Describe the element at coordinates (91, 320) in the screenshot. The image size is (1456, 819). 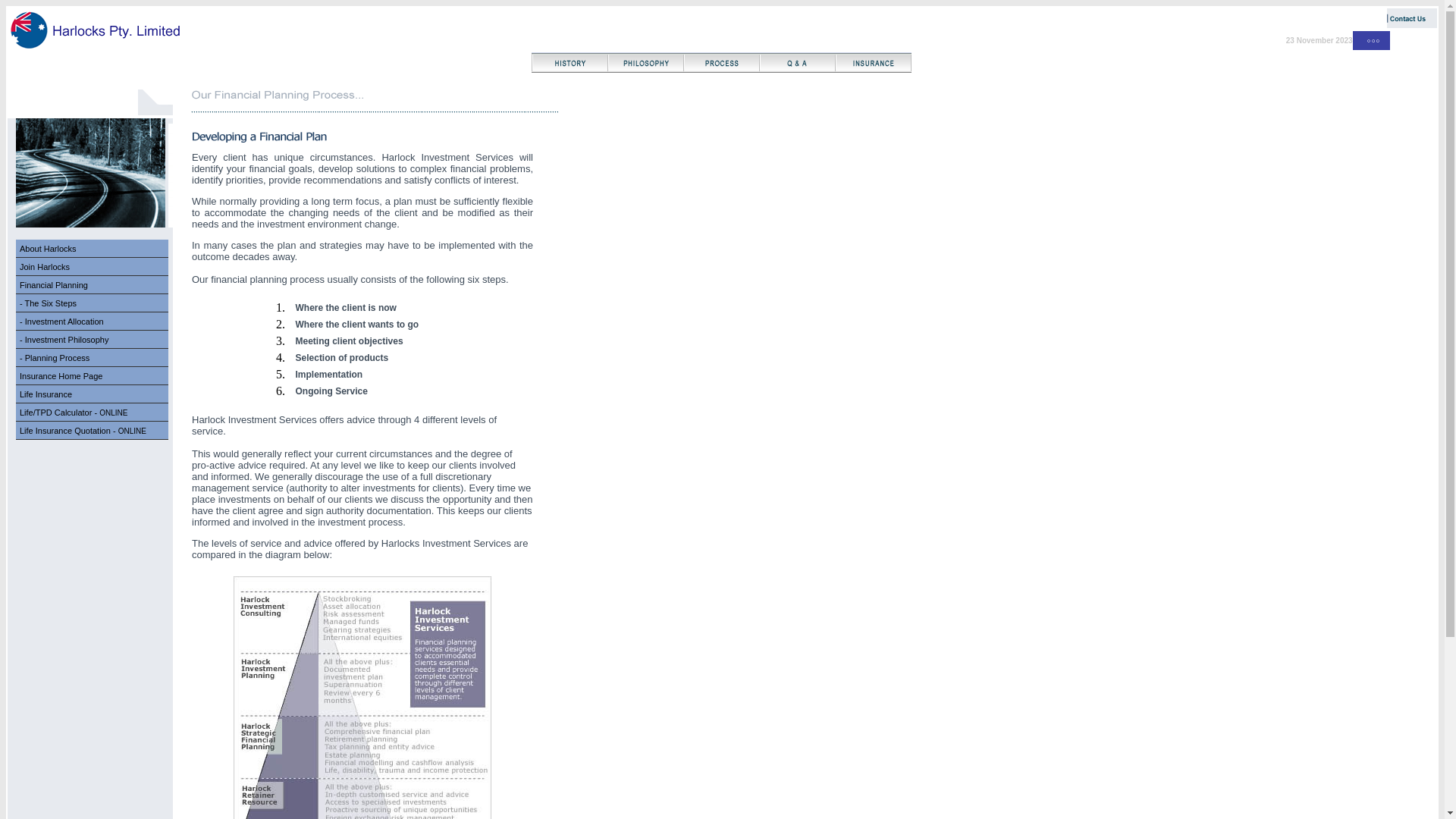
I see `'- Investment Allocation'` at that location.